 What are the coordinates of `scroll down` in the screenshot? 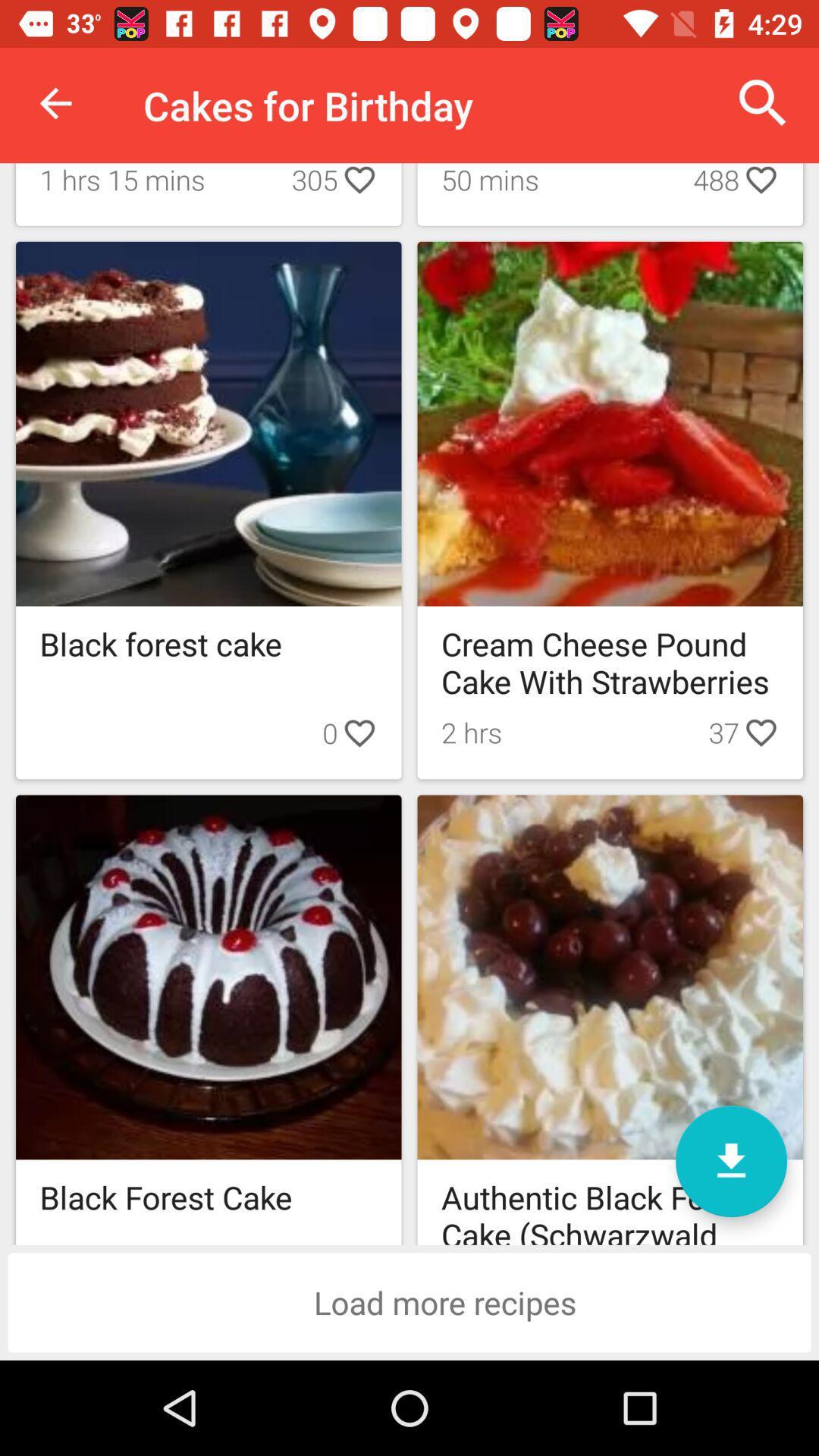 It's located at (730, 1160).